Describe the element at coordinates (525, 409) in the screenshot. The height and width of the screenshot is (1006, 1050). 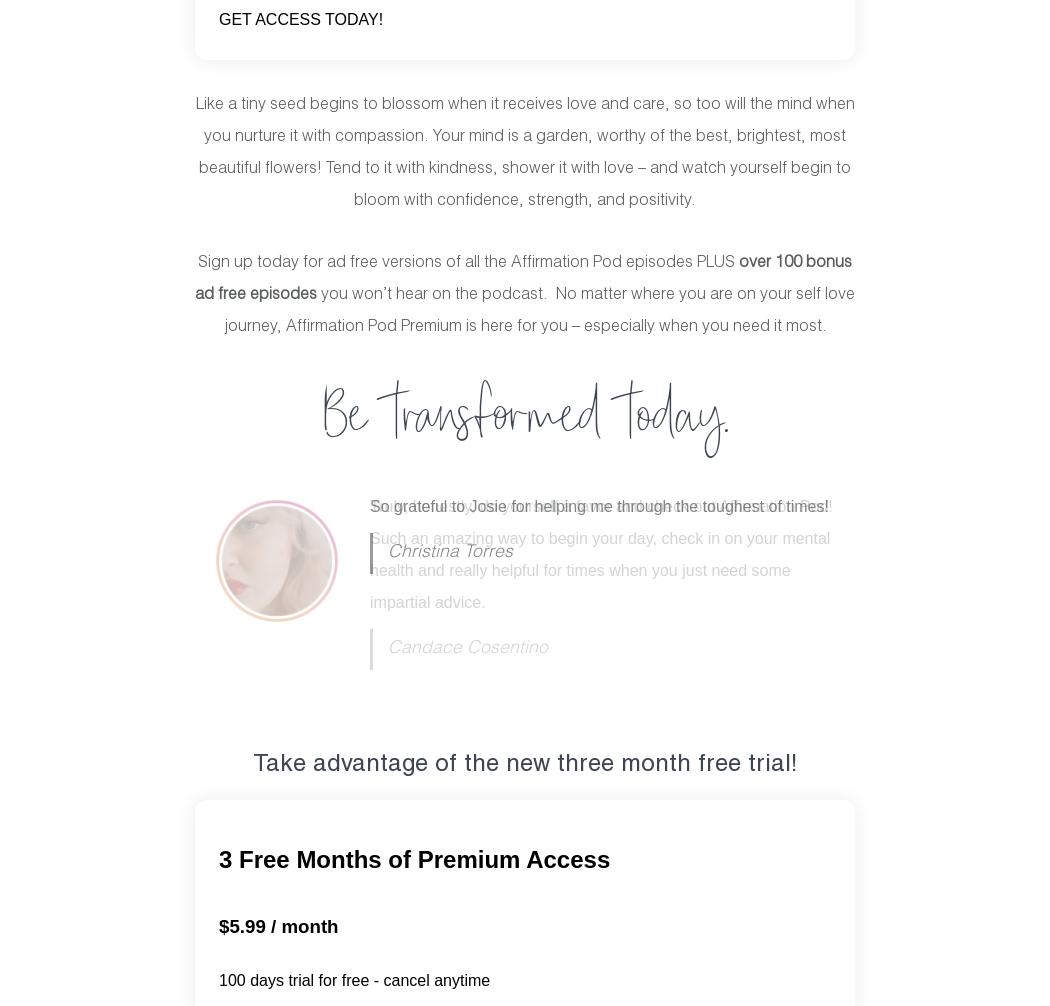
I see `'Be transformed today.'` at that location.